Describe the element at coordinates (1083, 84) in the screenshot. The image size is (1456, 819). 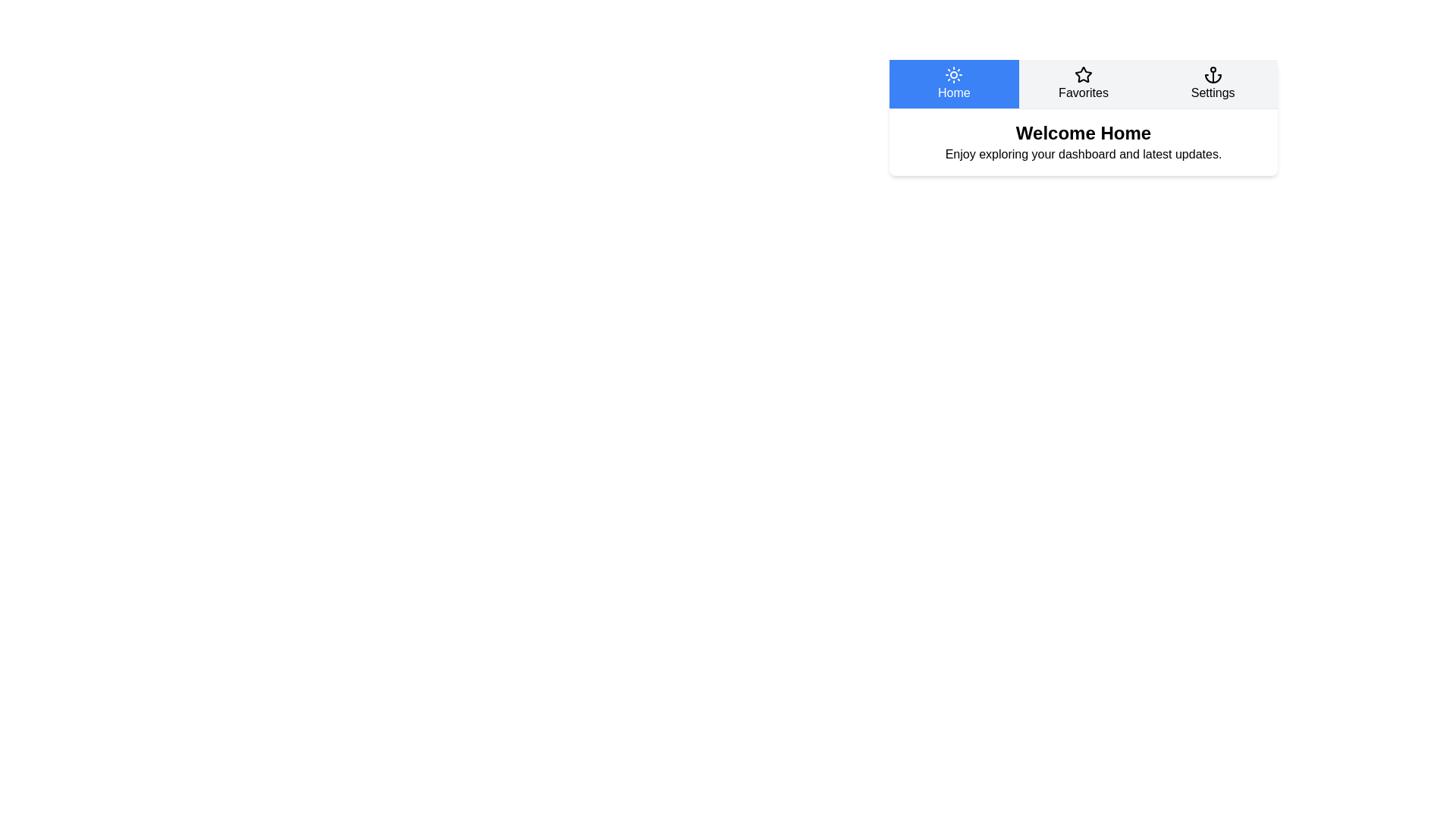
I see `the tab labeled Favorites` at that location.